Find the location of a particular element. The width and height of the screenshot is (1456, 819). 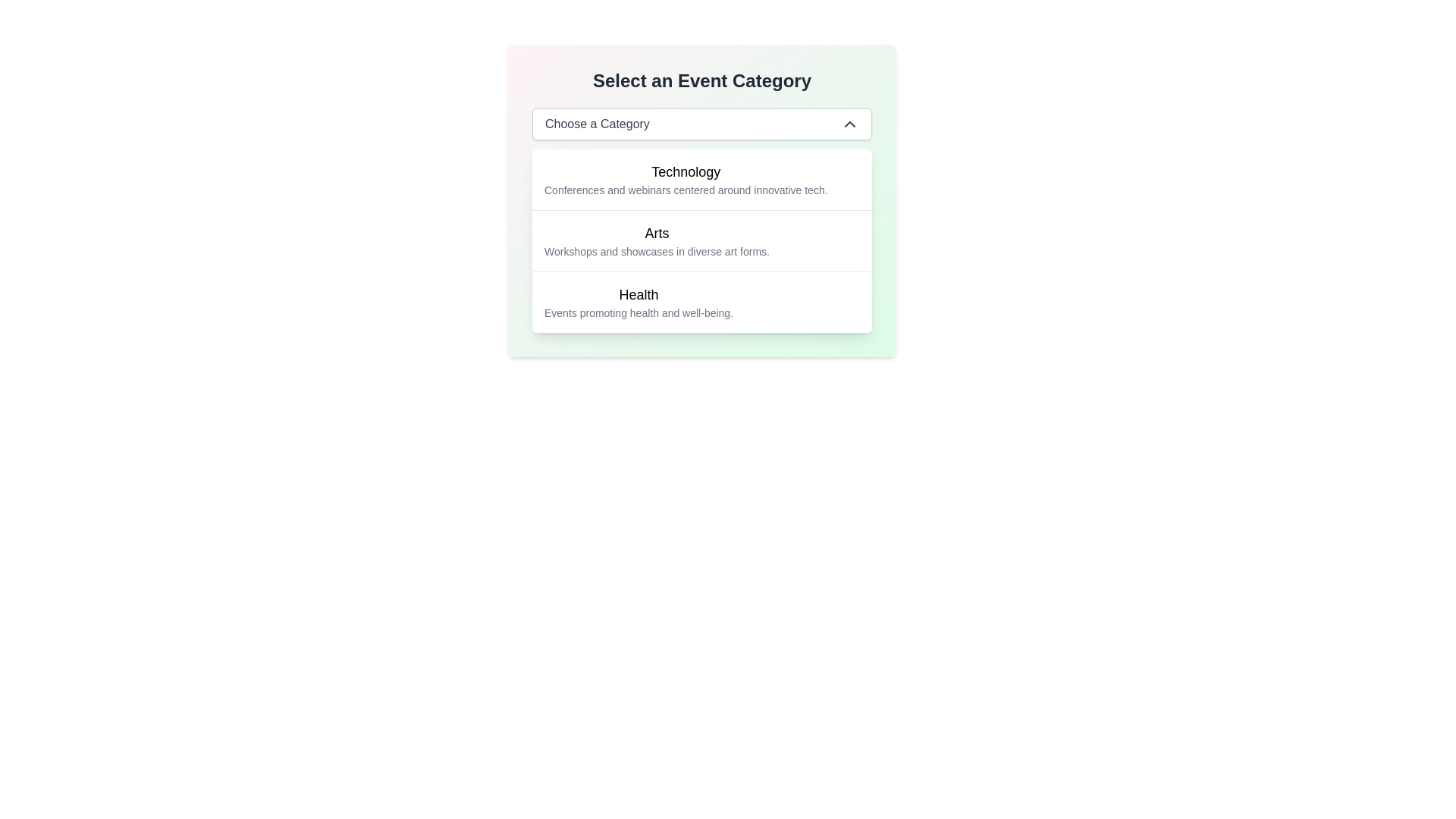

to select the 'Arts' category option from the dropdown menu, which is styled with a clean, modern look and features a subtitle about workshops and showcases in diverse art forms is located at coordinates (701, 240).